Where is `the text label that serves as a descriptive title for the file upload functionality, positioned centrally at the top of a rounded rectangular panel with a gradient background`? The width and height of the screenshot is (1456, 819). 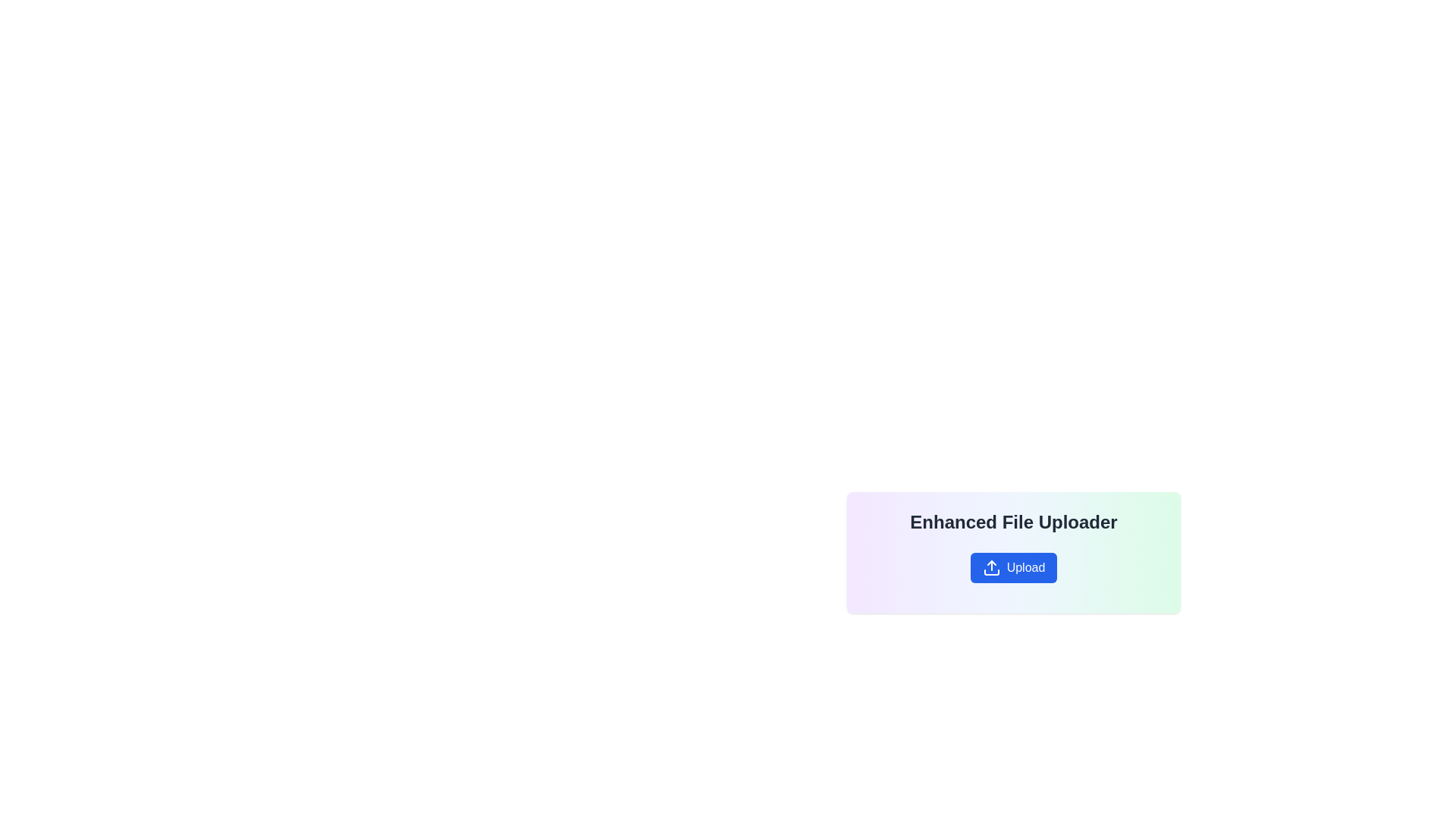 the text label that serves as a descriptive title for the file upload functionality, positioned centrally at the top of a rounded rectangular panel with a gradient background is located at coordinates (1014, 522).